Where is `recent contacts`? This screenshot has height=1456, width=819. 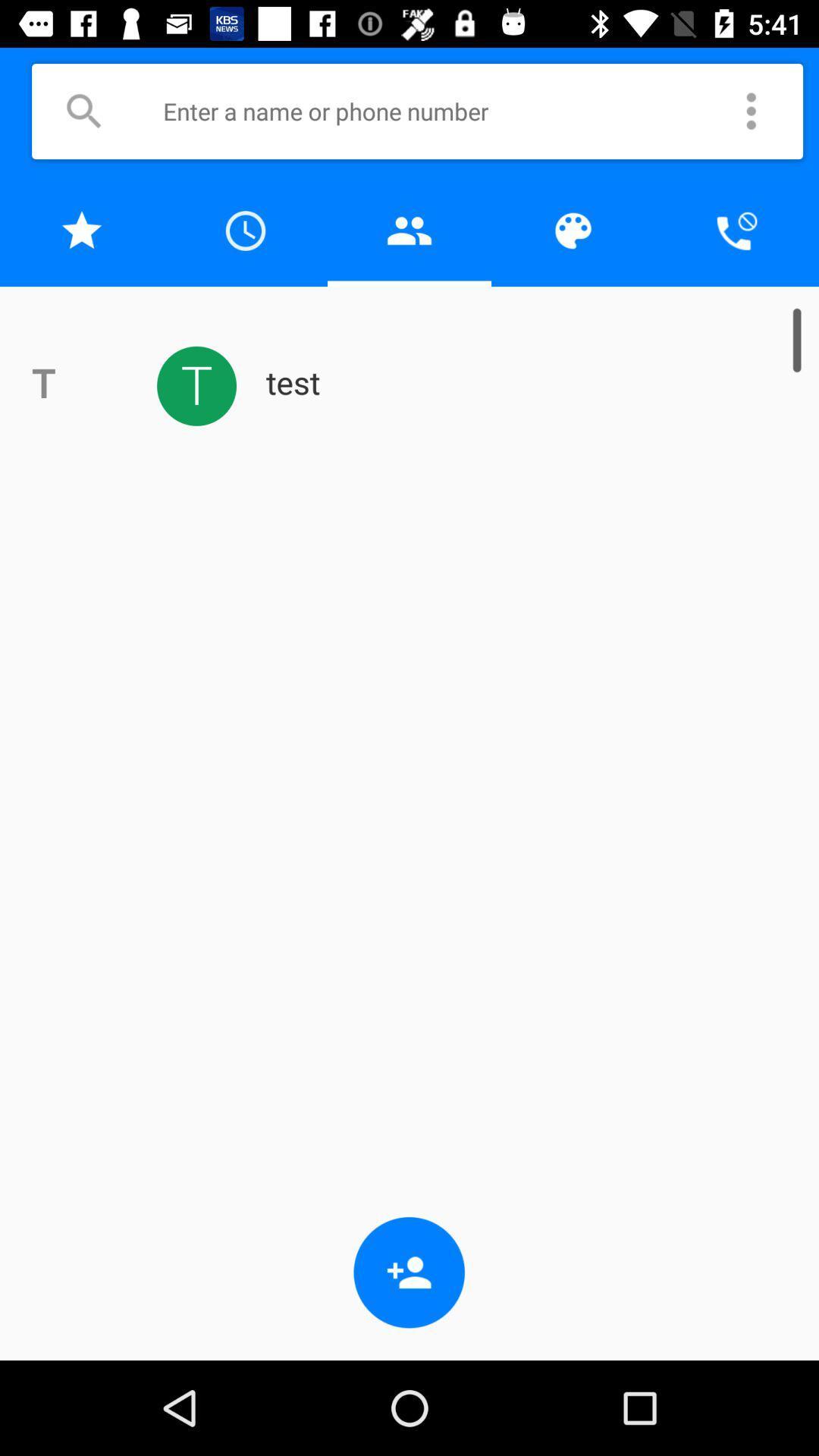 recent contacts is located at coordinates (245, 230).